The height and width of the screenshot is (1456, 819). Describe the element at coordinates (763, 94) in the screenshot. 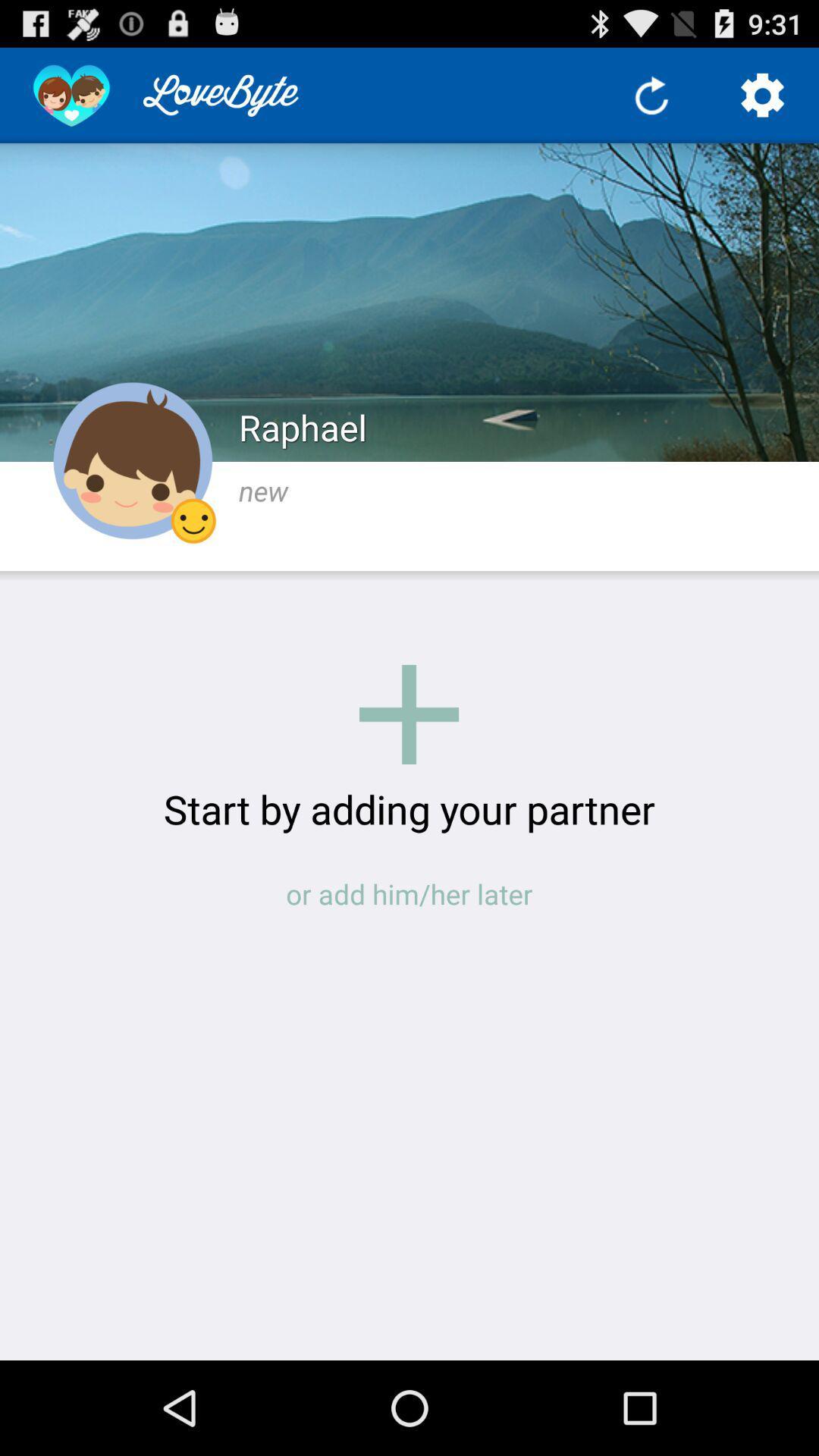

I see `button to activate the menu` at that location.